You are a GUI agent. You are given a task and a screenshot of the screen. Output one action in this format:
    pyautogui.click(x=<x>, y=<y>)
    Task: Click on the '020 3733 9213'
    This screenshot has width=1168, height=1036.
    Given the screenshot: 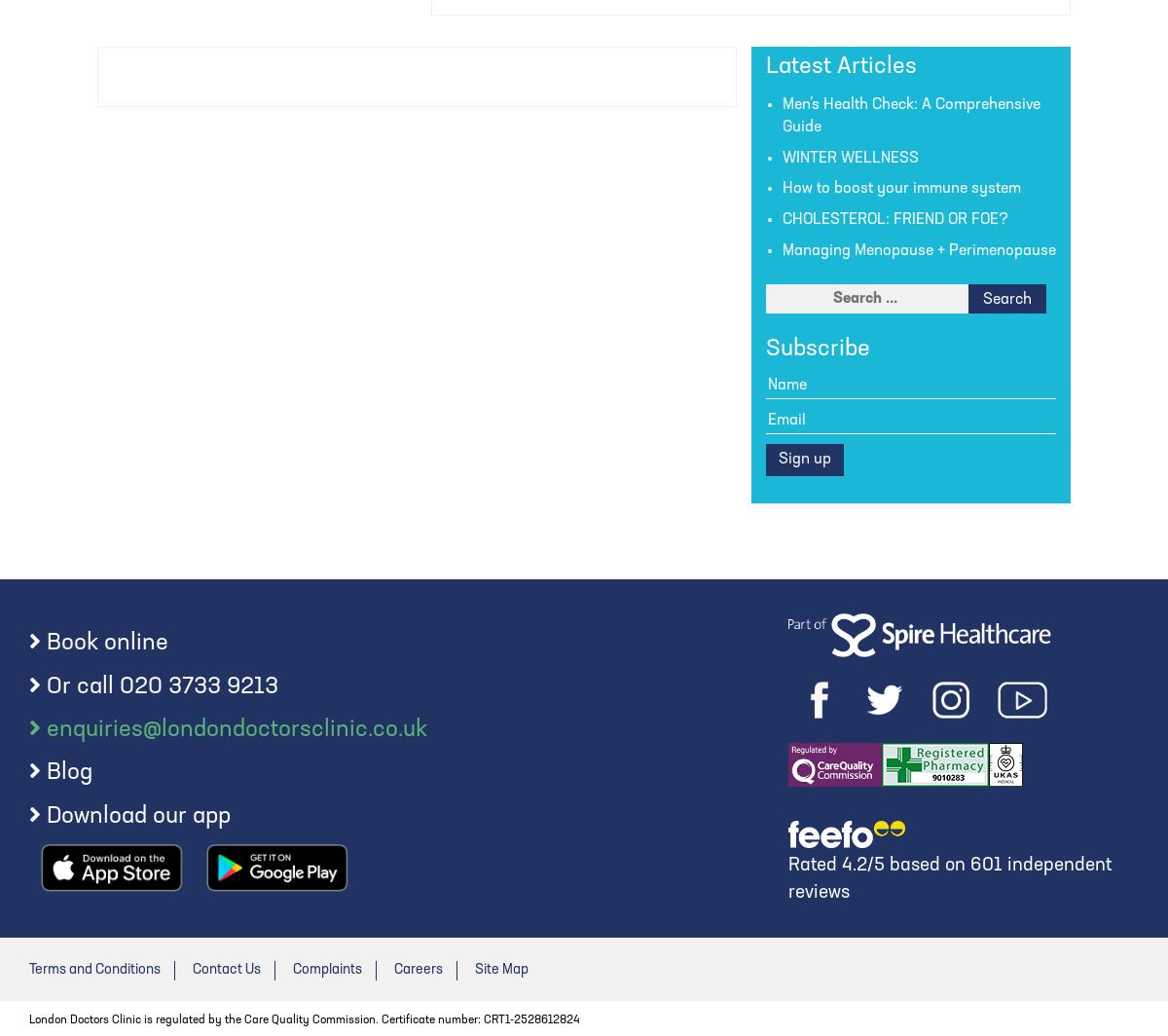 What is the action you would take?
    pyautogui.click(x=198, y=686)
    